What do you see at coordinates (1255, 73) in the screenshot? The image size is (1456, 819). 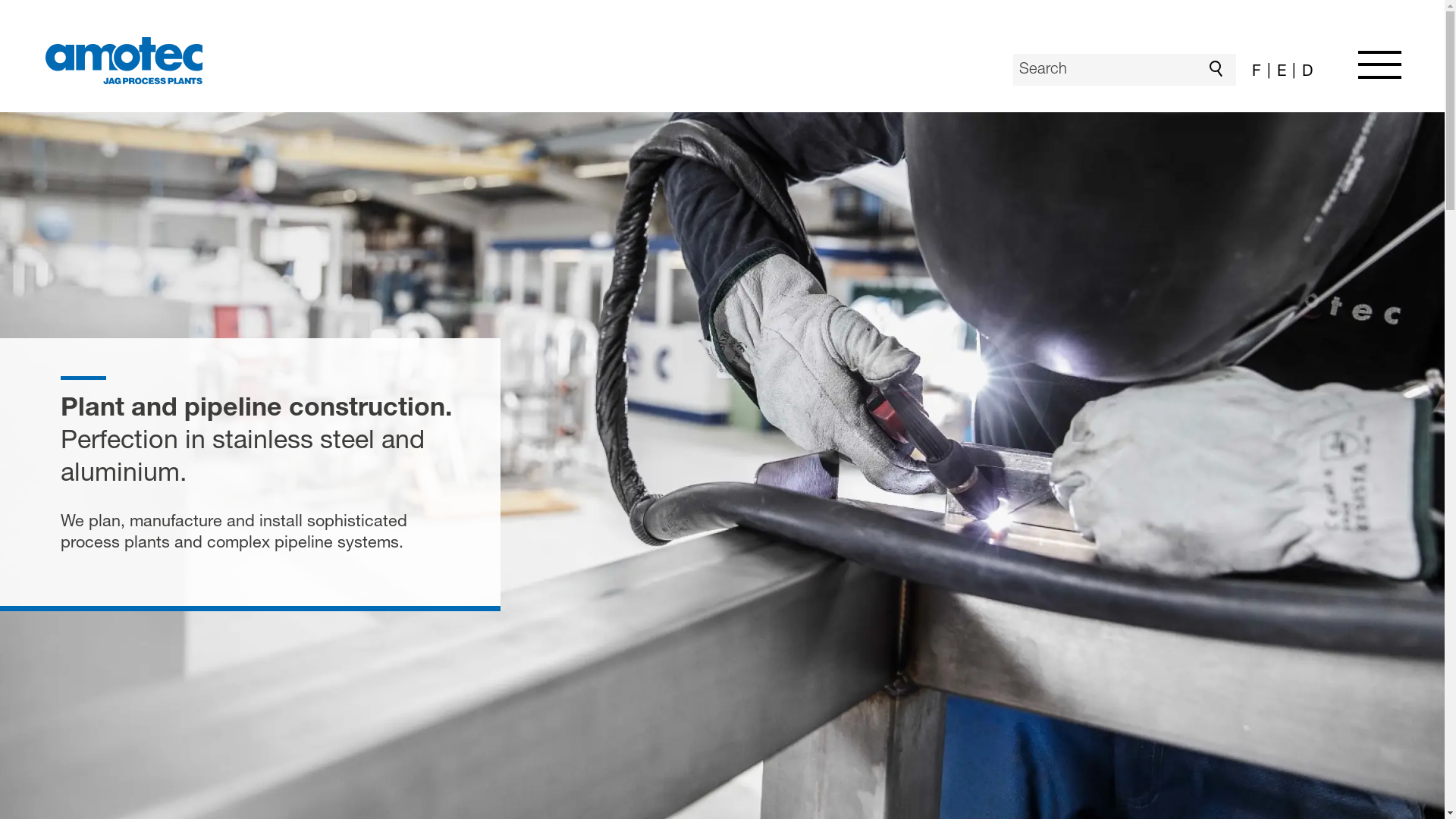 I see `'F'` at bounding box center [1255, 73].